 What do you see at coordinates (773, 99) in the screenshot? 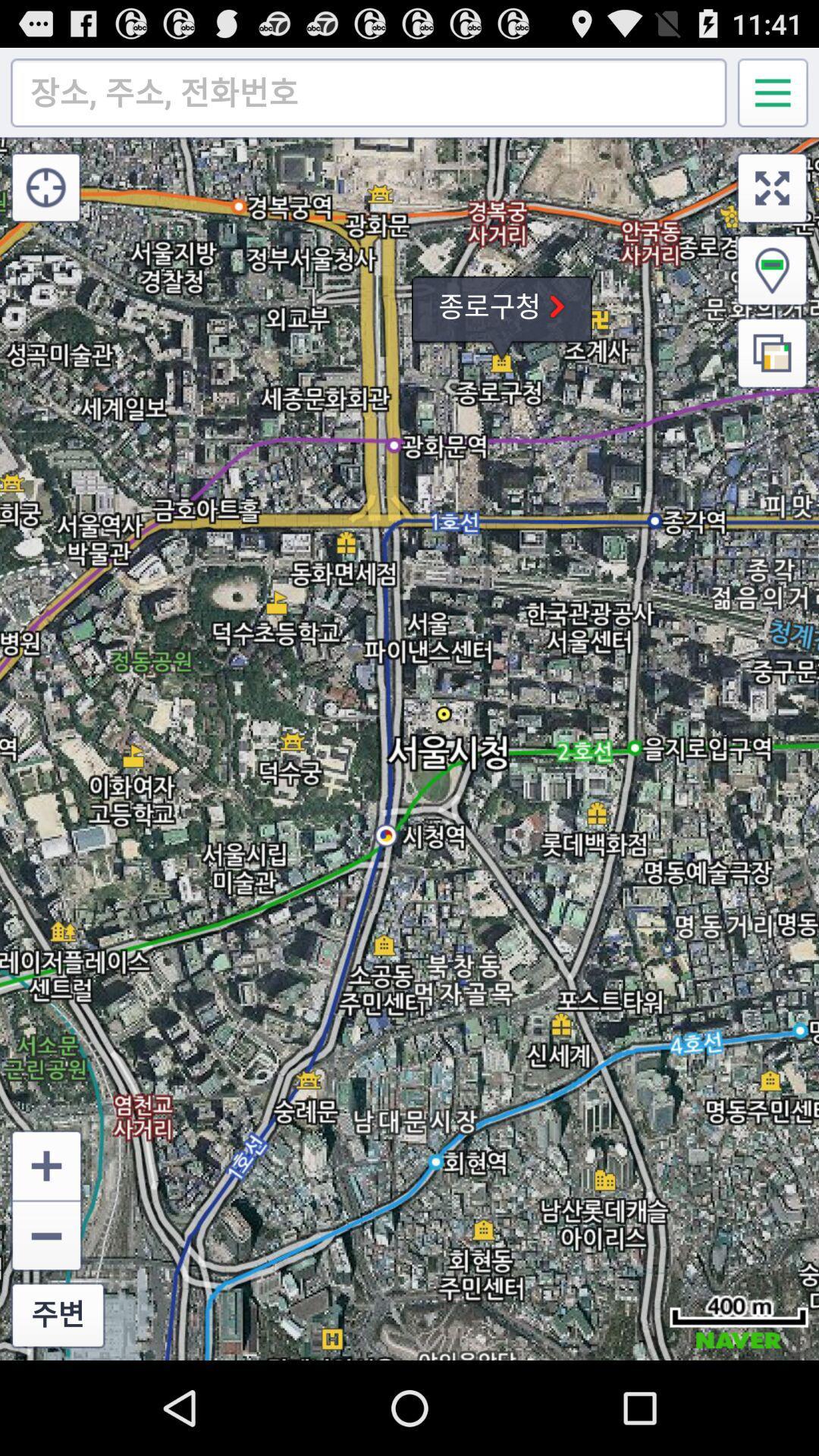
I see `the menu icon` at bounding box center [773, 99].